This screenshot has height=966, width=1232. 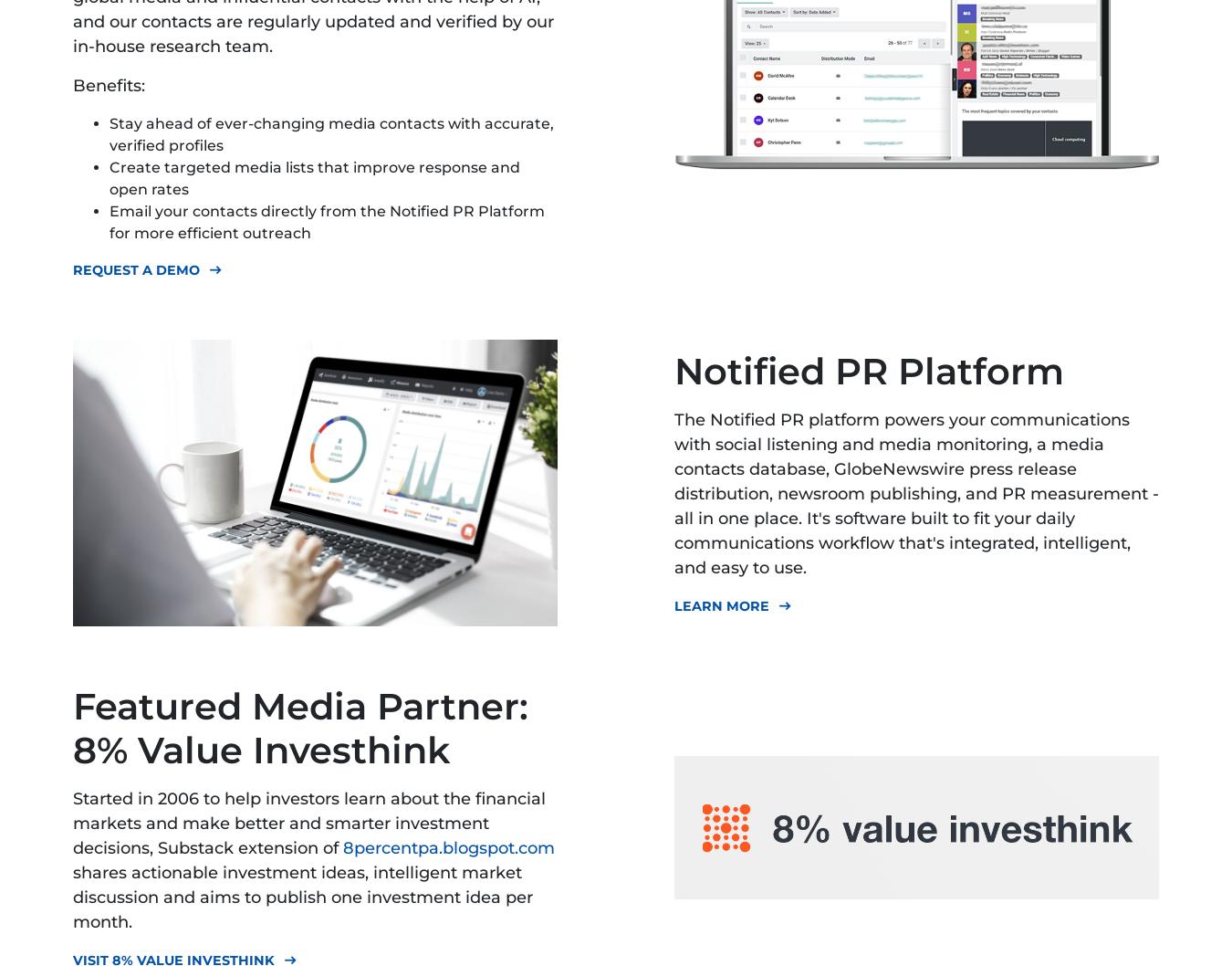 What do you see at coordinates (868, 370) in the screenshot?
I see `'Notified PR Platform'` at bounding box center [868, 370].